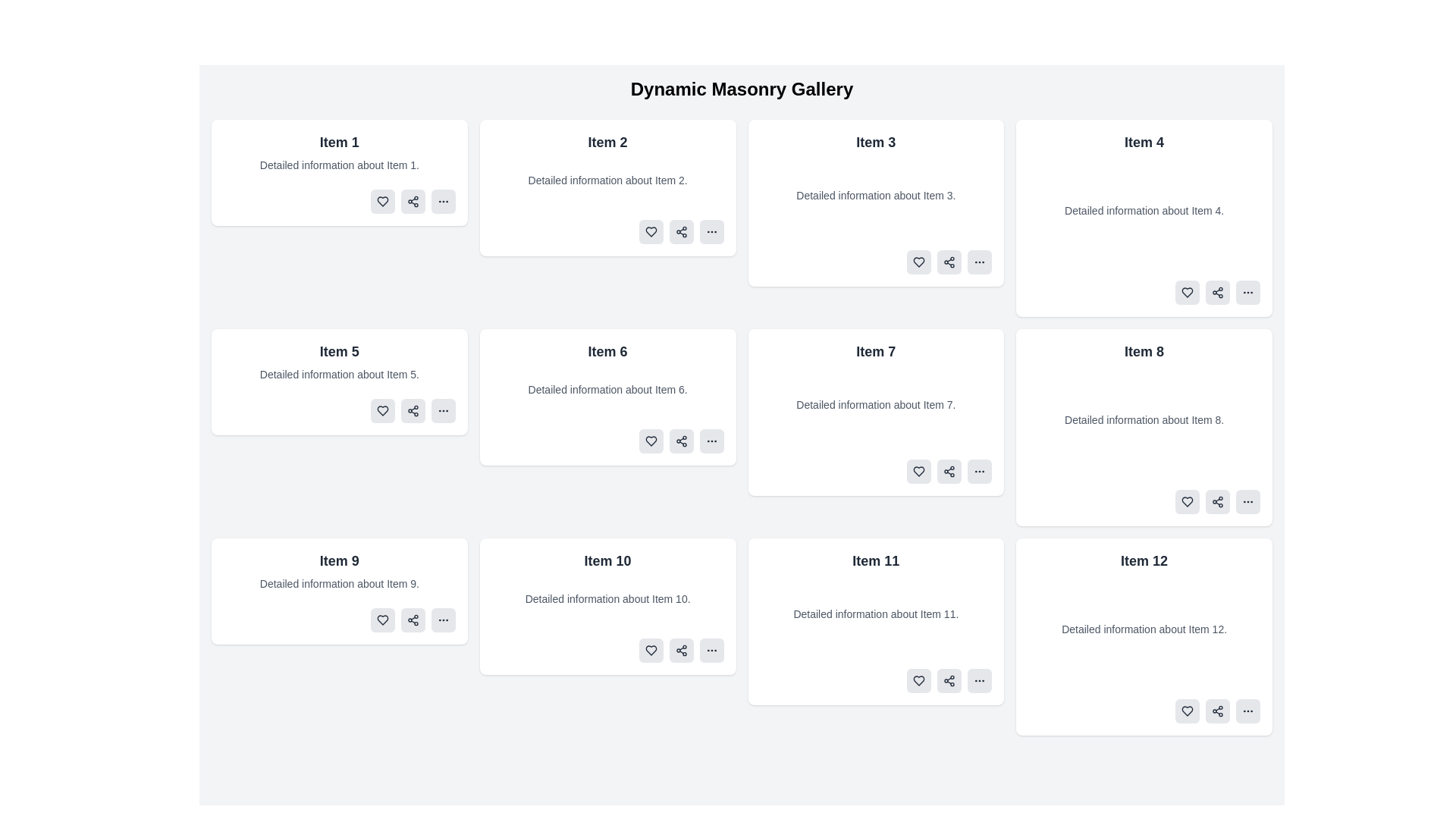 The width and height of the screenshot is (1456, 819). Describe the element at coordinates (1248, 502) in the screenshot. I see `the icon composed of three small dots at the bottom-right corner of the 'Item 8' card` at that location.